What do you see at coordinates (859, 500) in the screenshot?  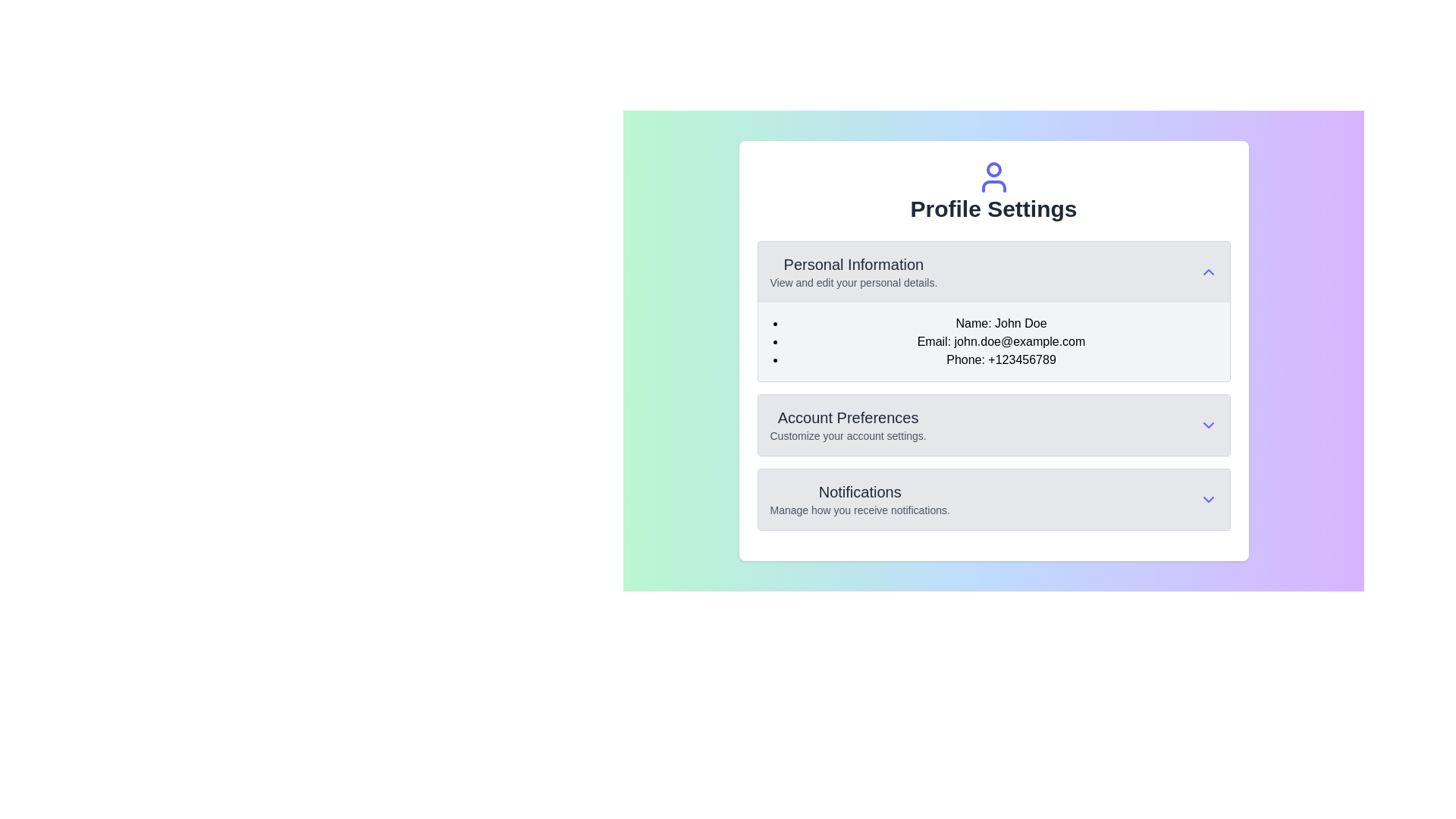 I see `the 'Notifications' section heading under 'Profile Settings'` at bounding box center [859, 500].